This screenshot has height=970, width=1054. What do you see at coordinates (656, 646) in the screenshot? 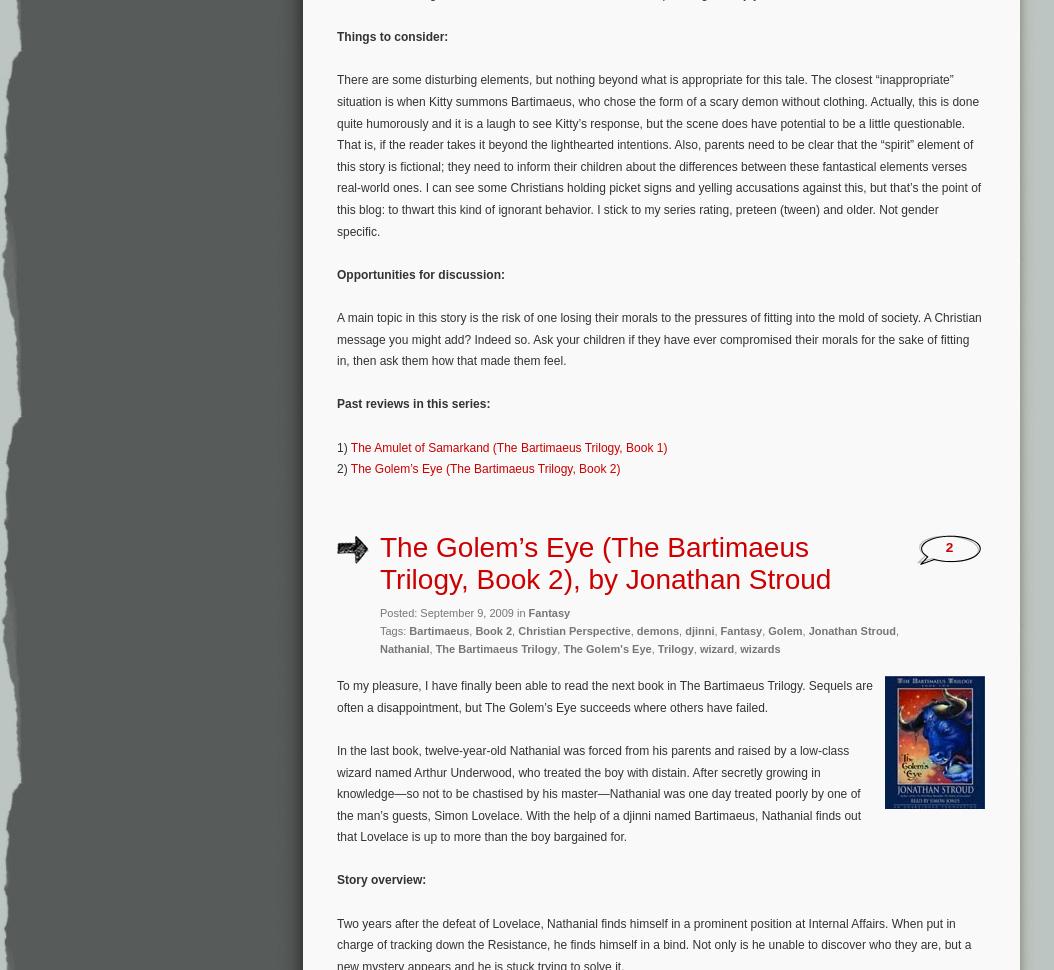
I see `'Trilogy'` at bounding box center [656, 646].